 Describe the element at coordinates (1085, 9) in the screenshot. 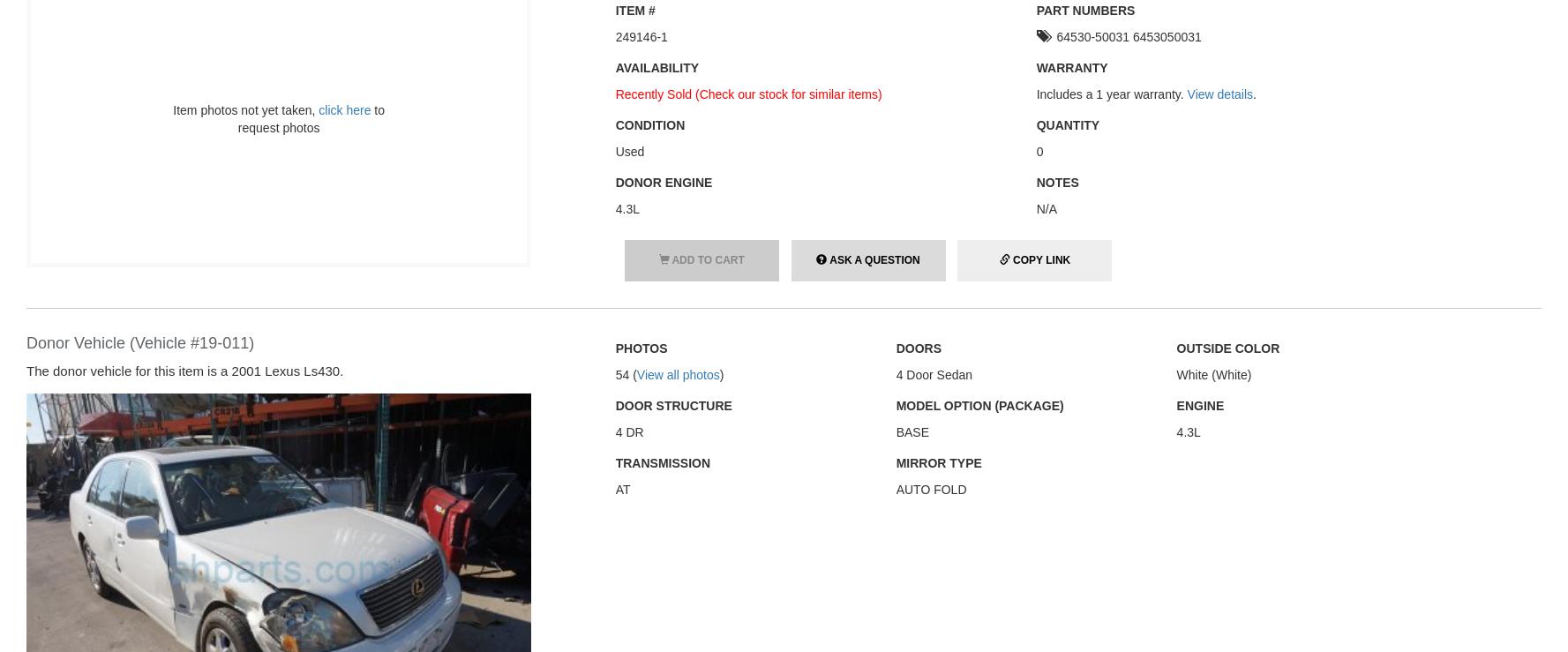

I see `'Part Numbers'` at that location.